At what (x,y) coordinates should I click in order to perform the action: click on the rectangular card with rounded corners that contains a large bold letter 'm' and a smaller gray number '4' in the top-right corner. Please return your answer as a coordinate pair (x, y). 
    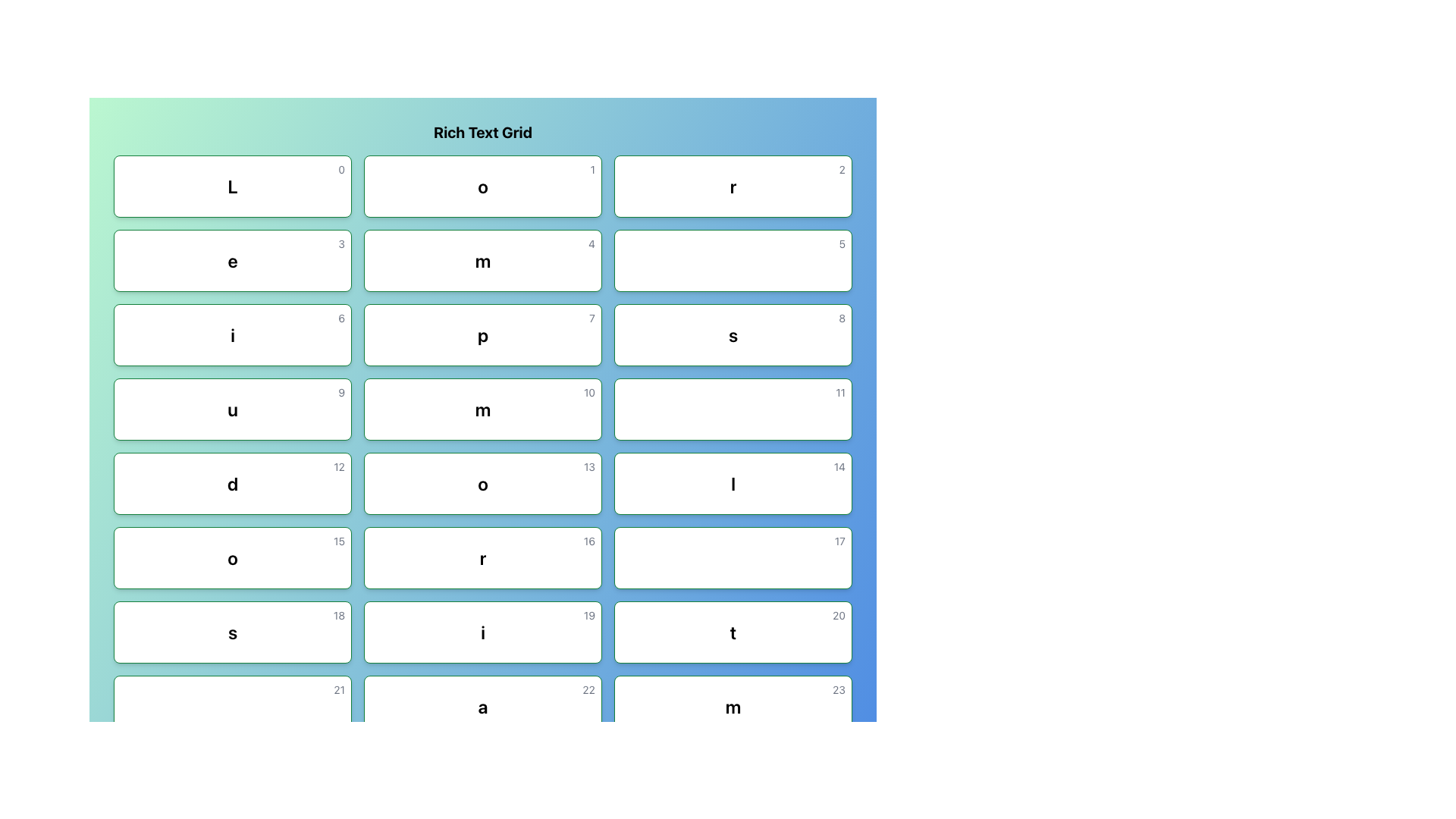
    Looking at the image, I should click on (482, 259).